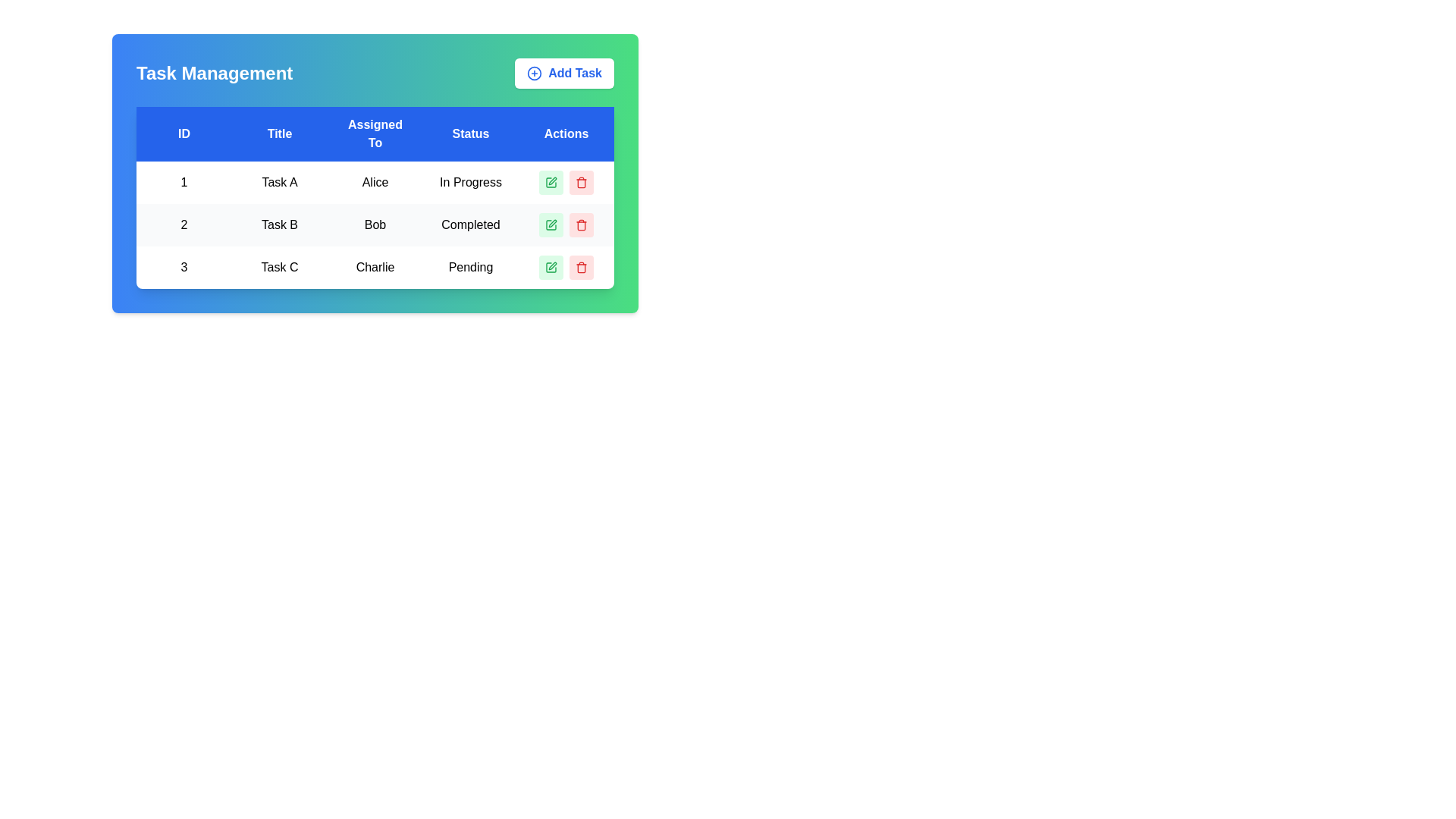  What do you see at coordinates (280, 133) in the screenshot?
I see `the column header labeled 'Title' which is the second header from the left in a table layout, located on a blue background with white text` at bounding box center [280, 133].